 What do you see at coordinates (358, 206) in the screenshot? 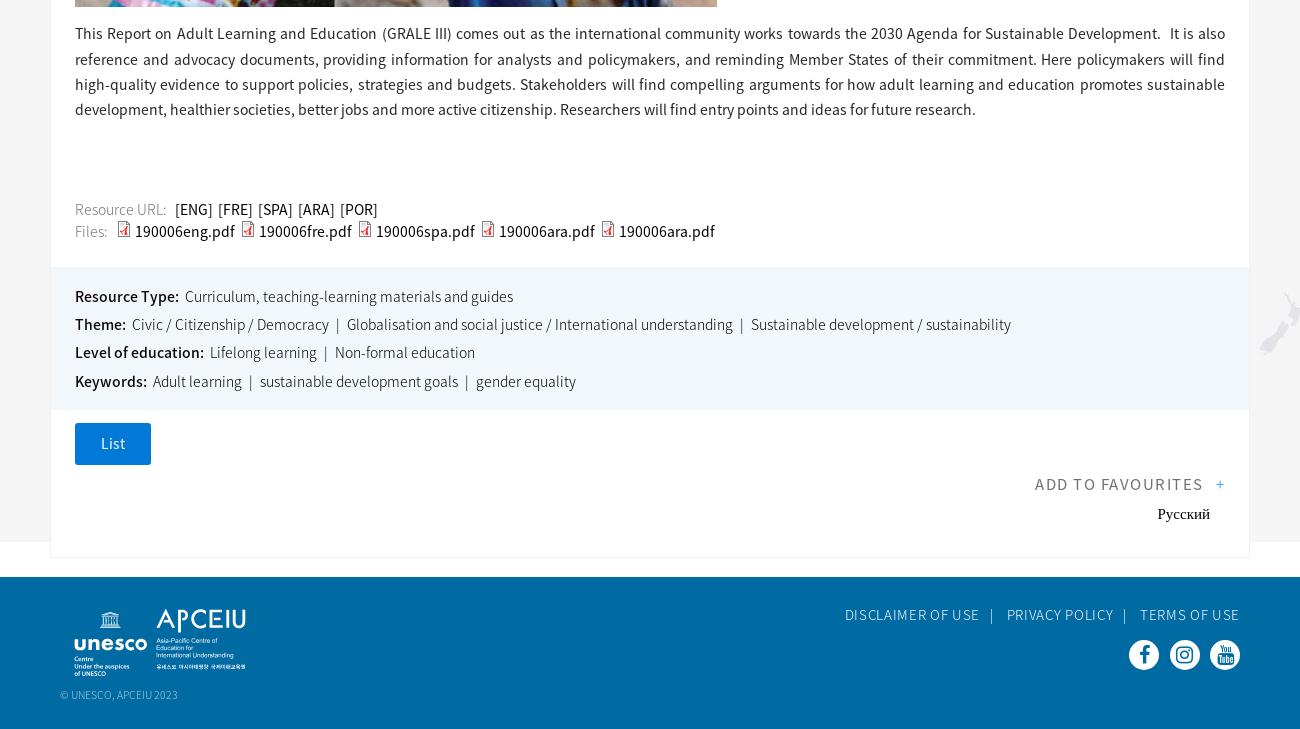
I see `'[POR]'` at bounding box center [358, 206].